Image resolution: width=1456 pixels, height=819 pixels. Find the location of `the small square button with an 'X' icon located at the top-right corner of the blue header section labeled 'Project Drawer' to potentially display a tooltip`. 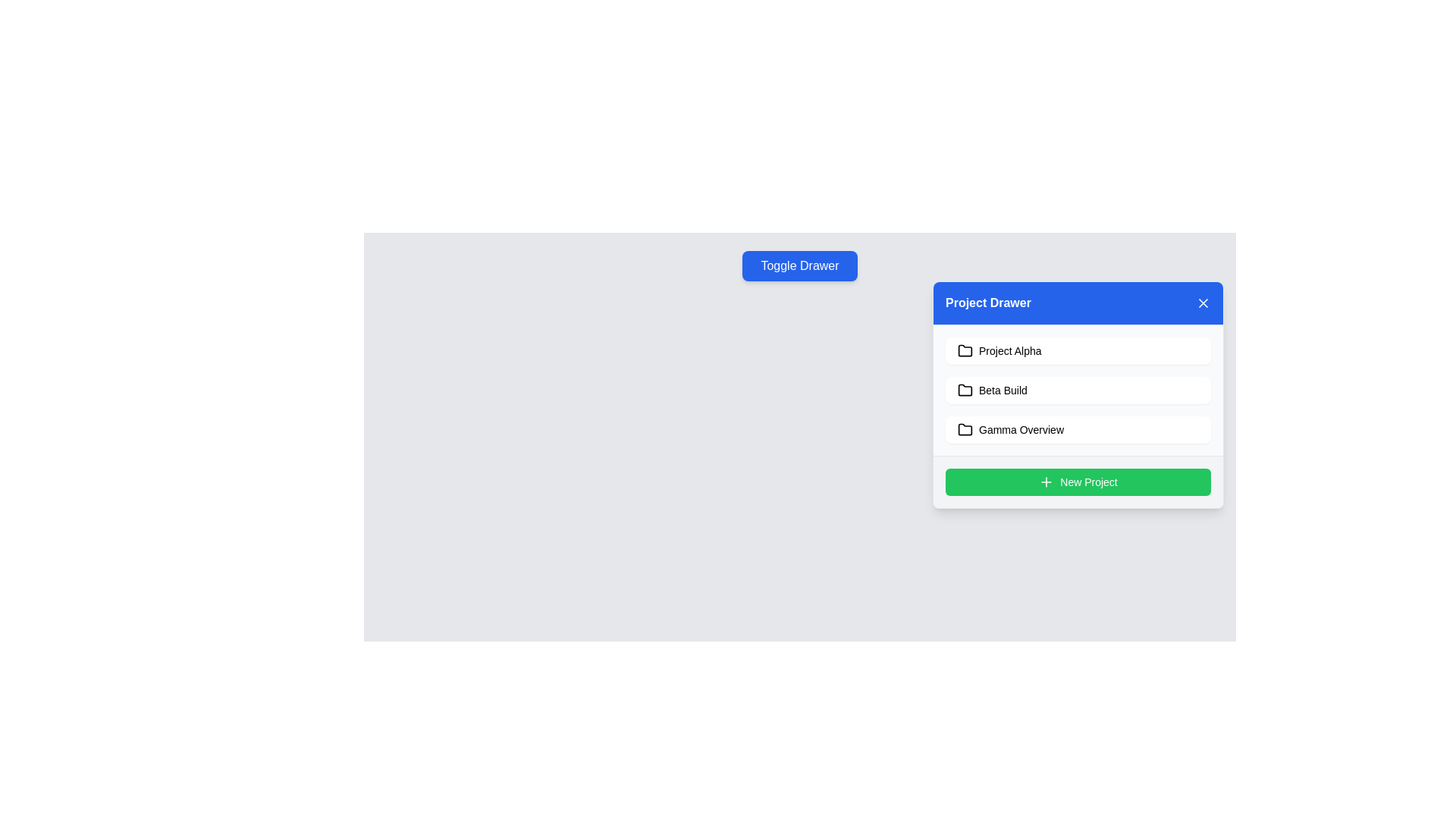

the small square button with an 'X' icon located at the top-right corner of the blue header section labeled 'Project Drawer' to potentially display a tooltip is located at coordinates (1203, 303).